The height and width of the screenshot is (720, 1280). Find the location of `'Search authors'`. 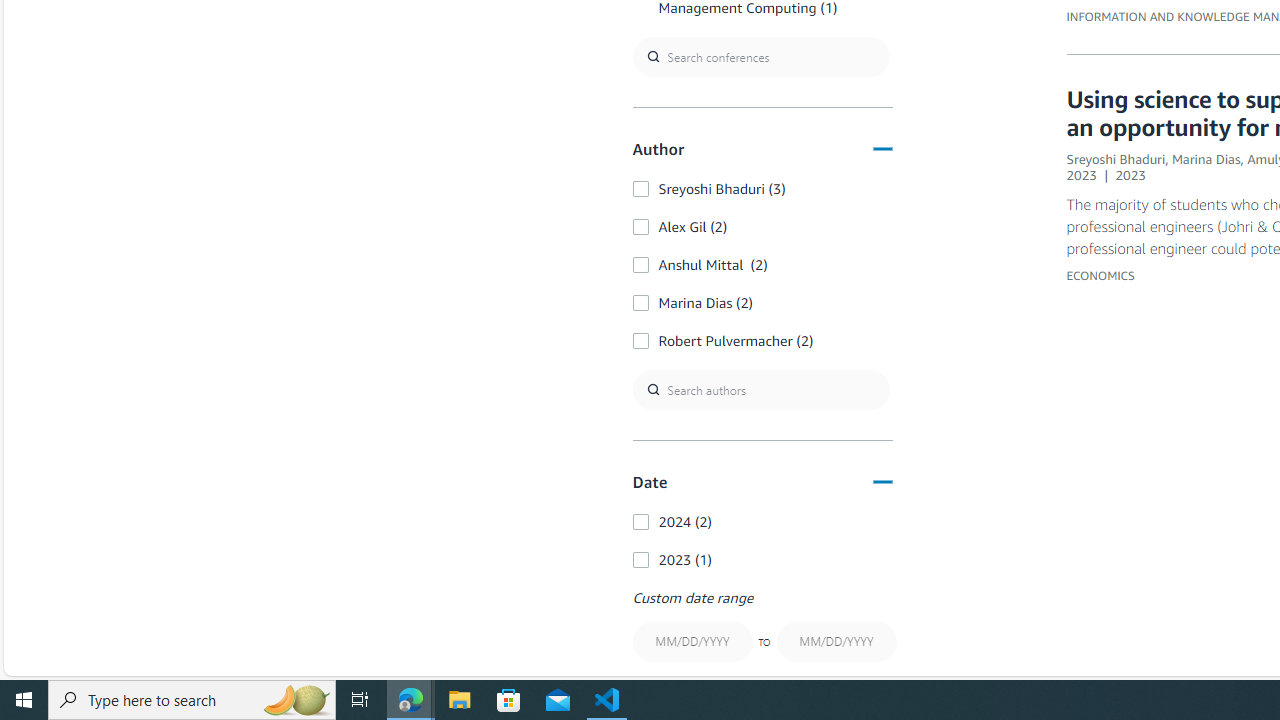

'Search authors' is located at coordinates (759, 390).